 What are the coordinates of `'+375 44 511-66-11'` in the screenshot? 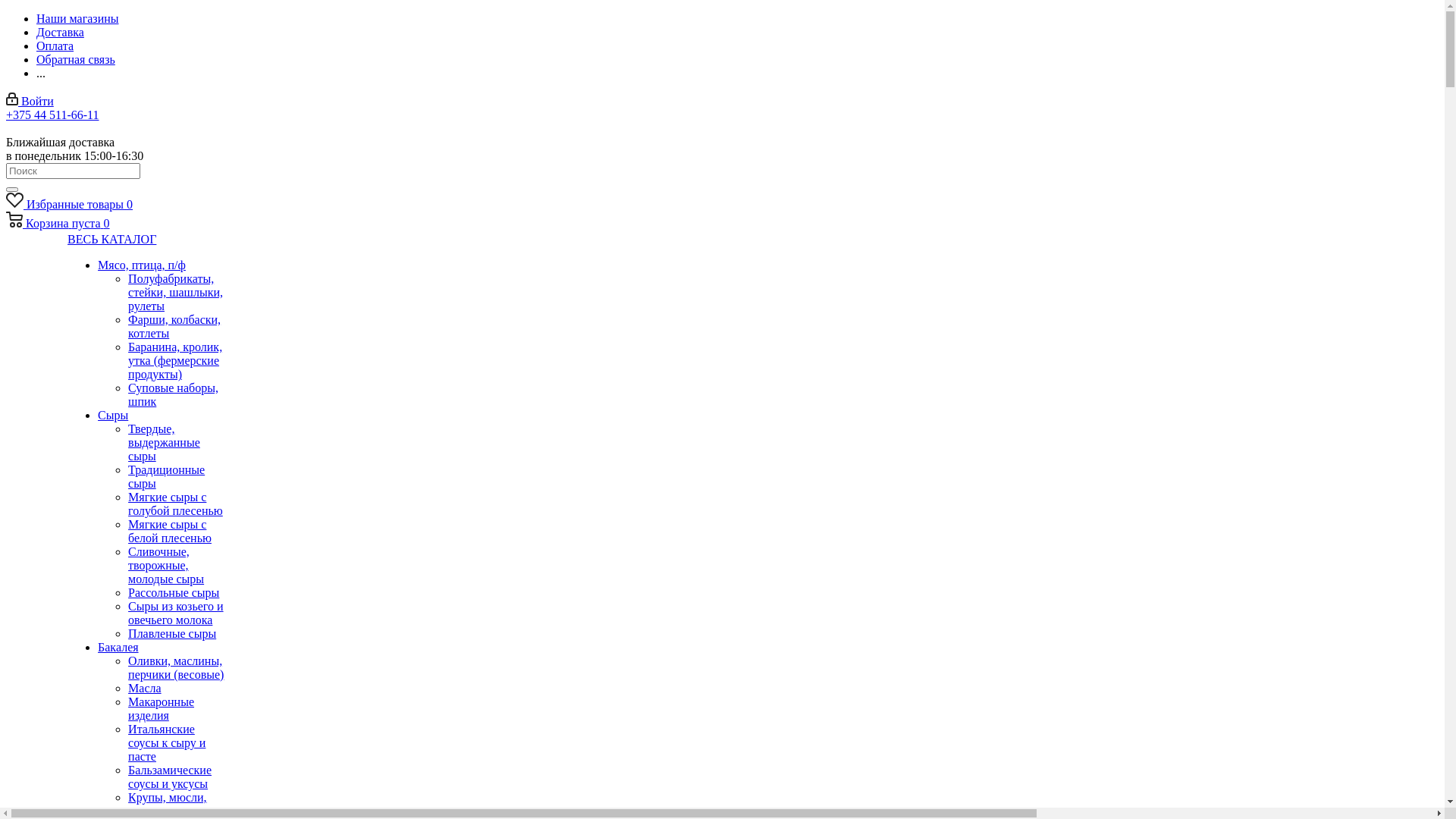 It's located at (52, 114).